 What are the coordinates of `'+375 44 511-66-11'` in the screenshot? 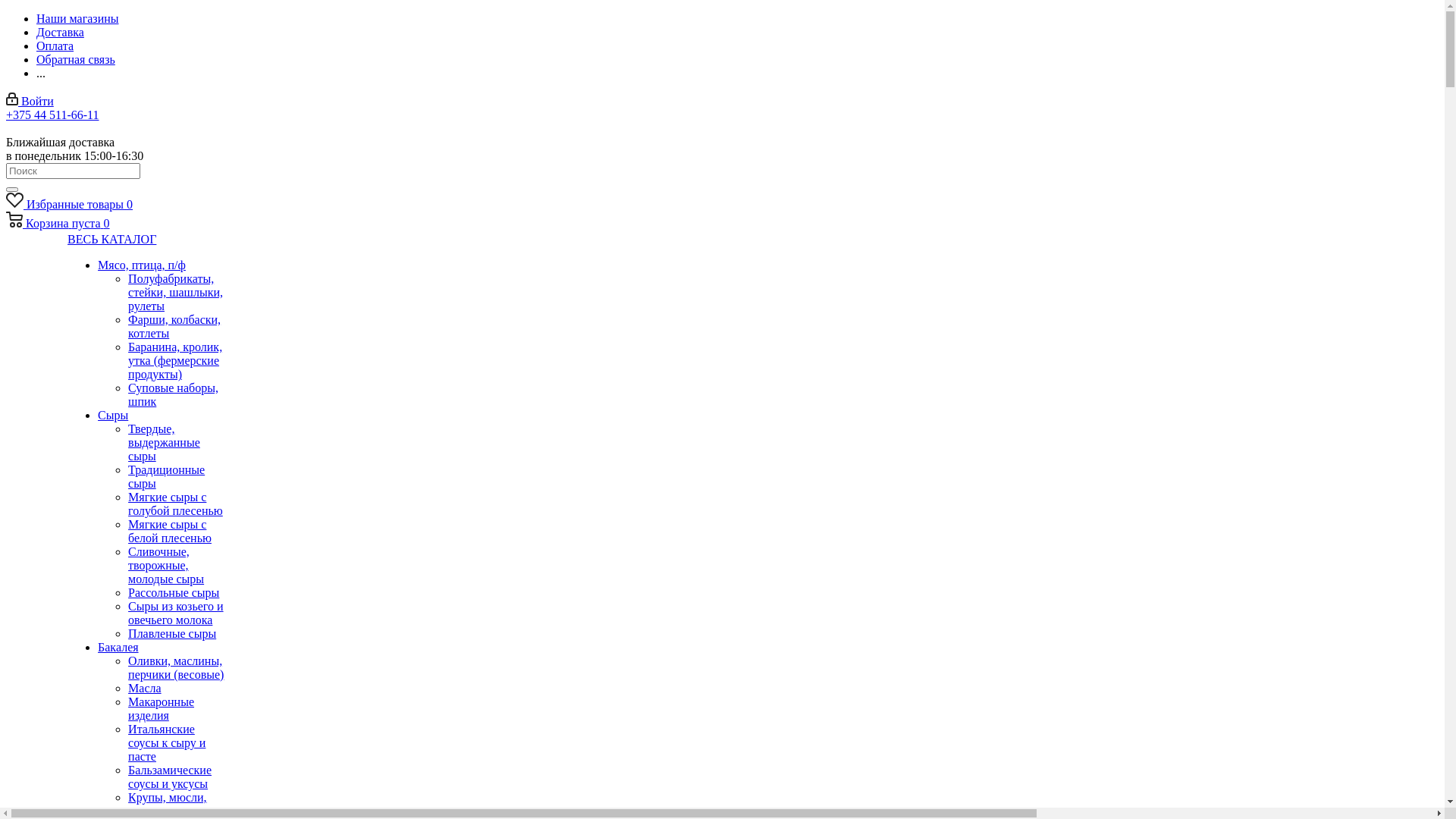 It's located at (52, 114).